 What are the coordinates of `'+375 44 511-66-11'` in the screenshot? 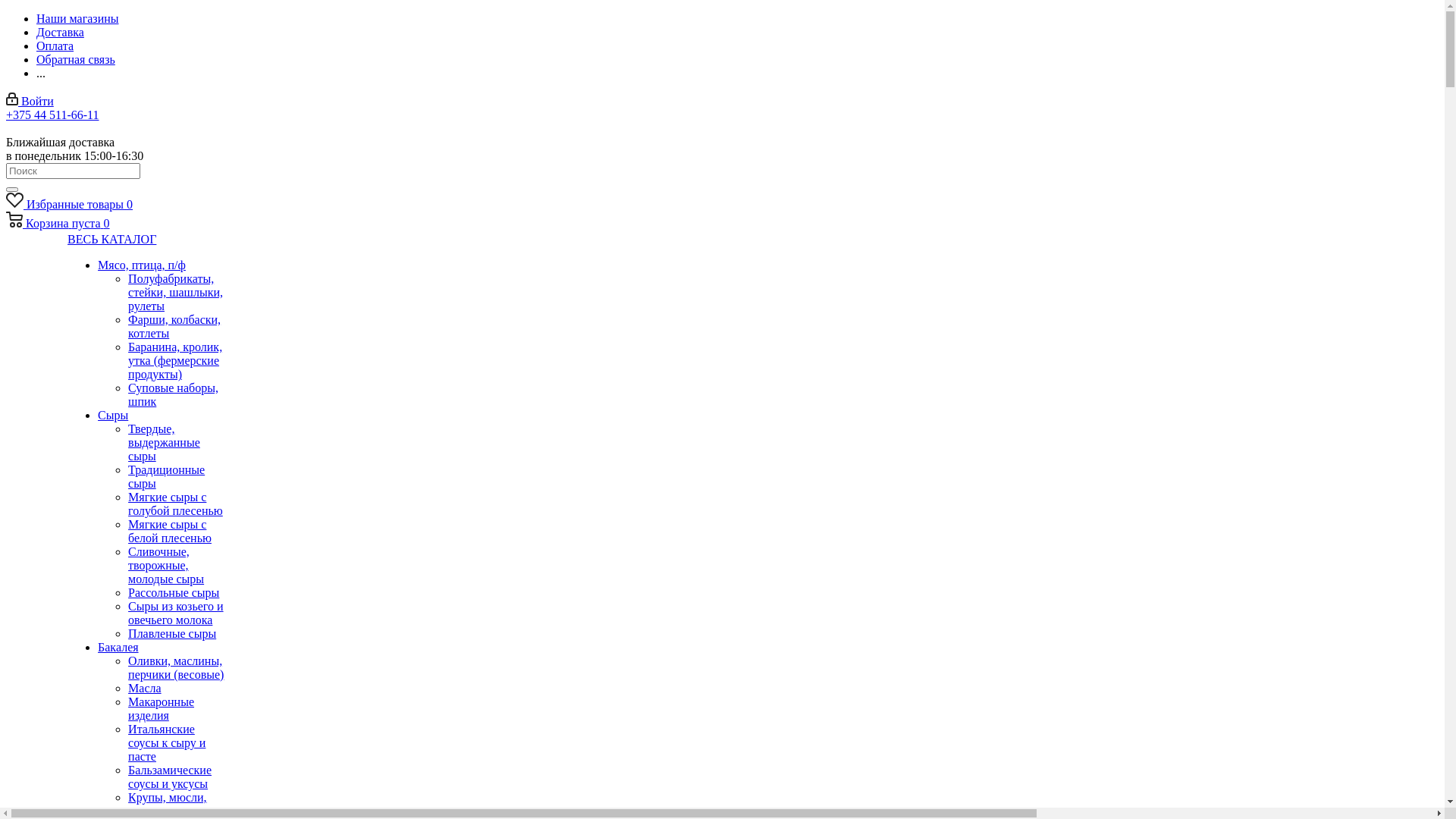 It's located at (52, 114).